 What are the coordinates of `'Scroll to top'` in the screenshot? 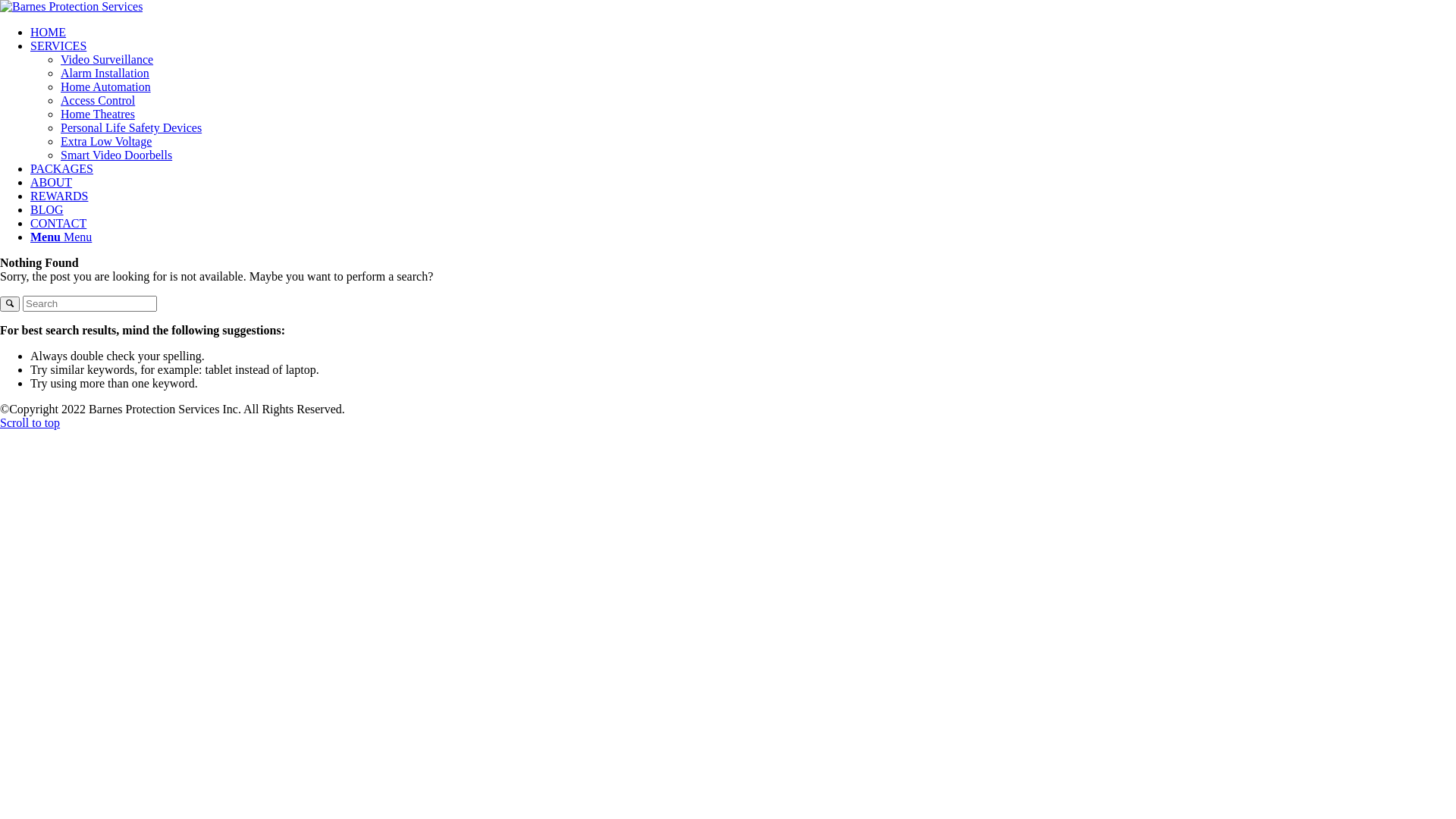 It's located at (30, 422).